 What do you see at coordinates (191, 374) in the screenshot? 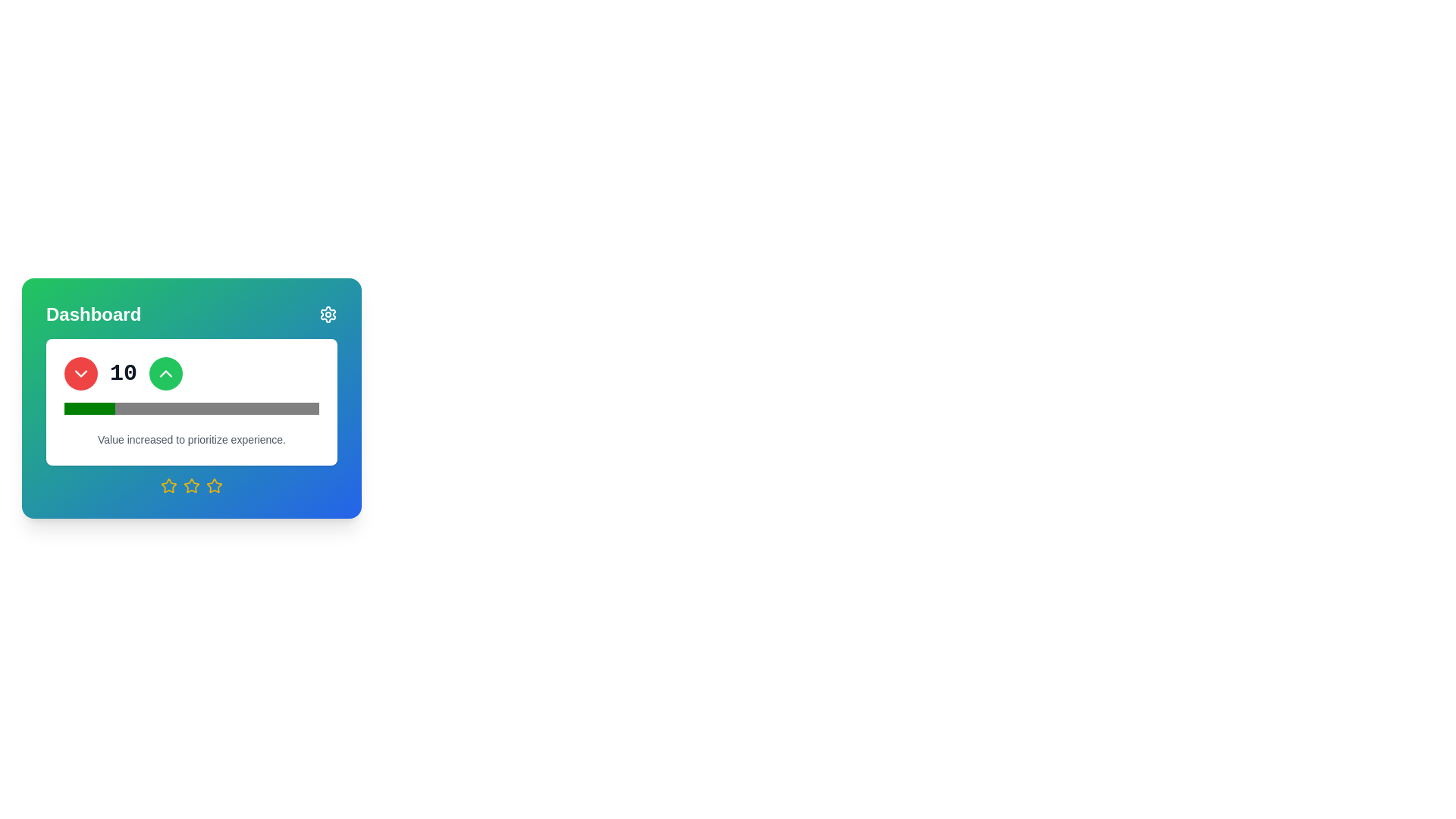
I see `the displayed number '10' on the Number adjustment control panel, which features a red downward-facing chevron button on the left and a green upward-facing chevron button on the right` at bounding box center [191, 374].